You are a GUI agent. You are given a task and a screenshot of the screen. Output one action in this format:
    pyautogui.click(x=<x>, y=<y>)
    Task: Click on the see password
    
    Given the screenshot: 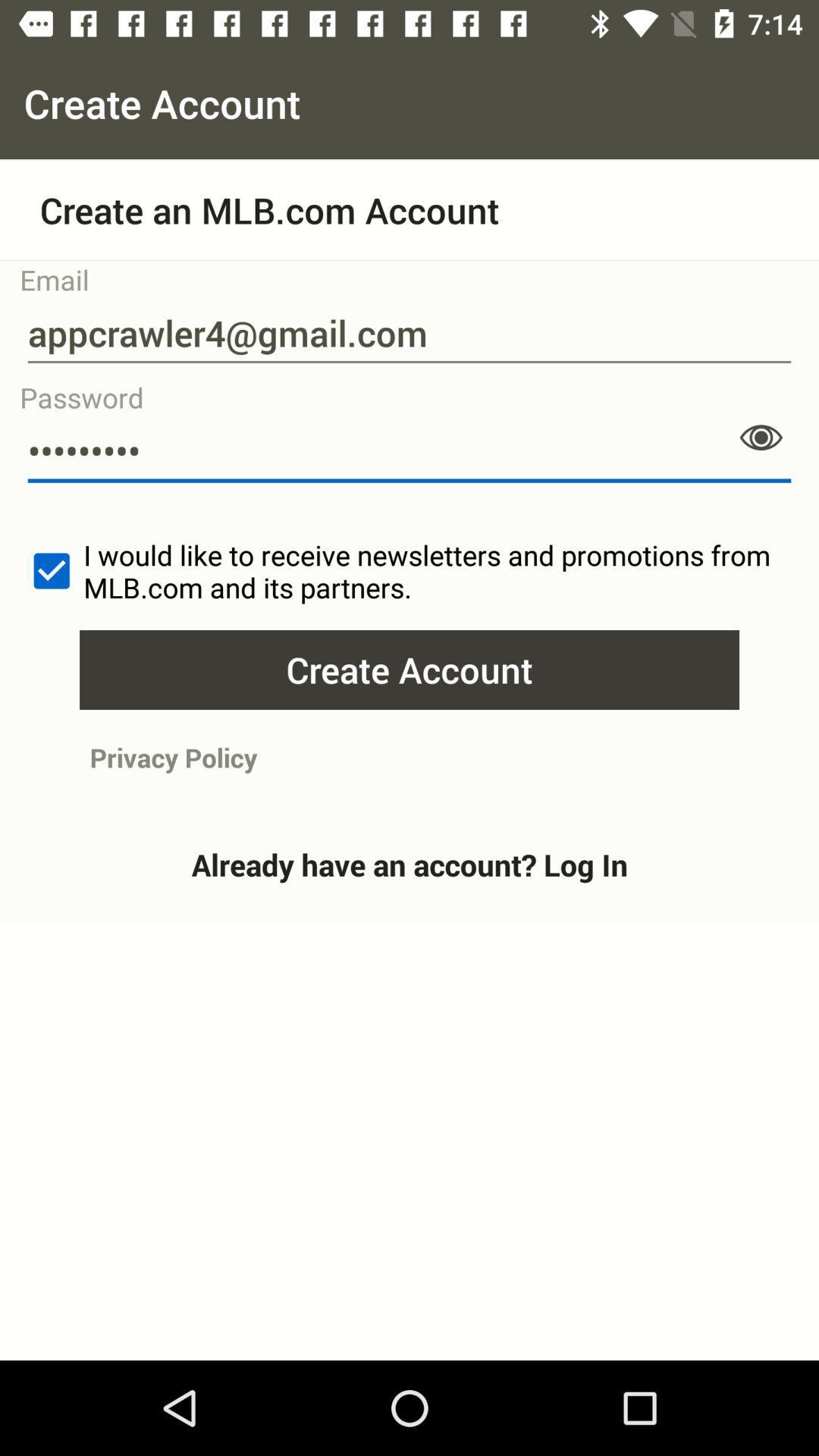 What is the action you would take?
    pyautogui.click(x=761, y=437)
    